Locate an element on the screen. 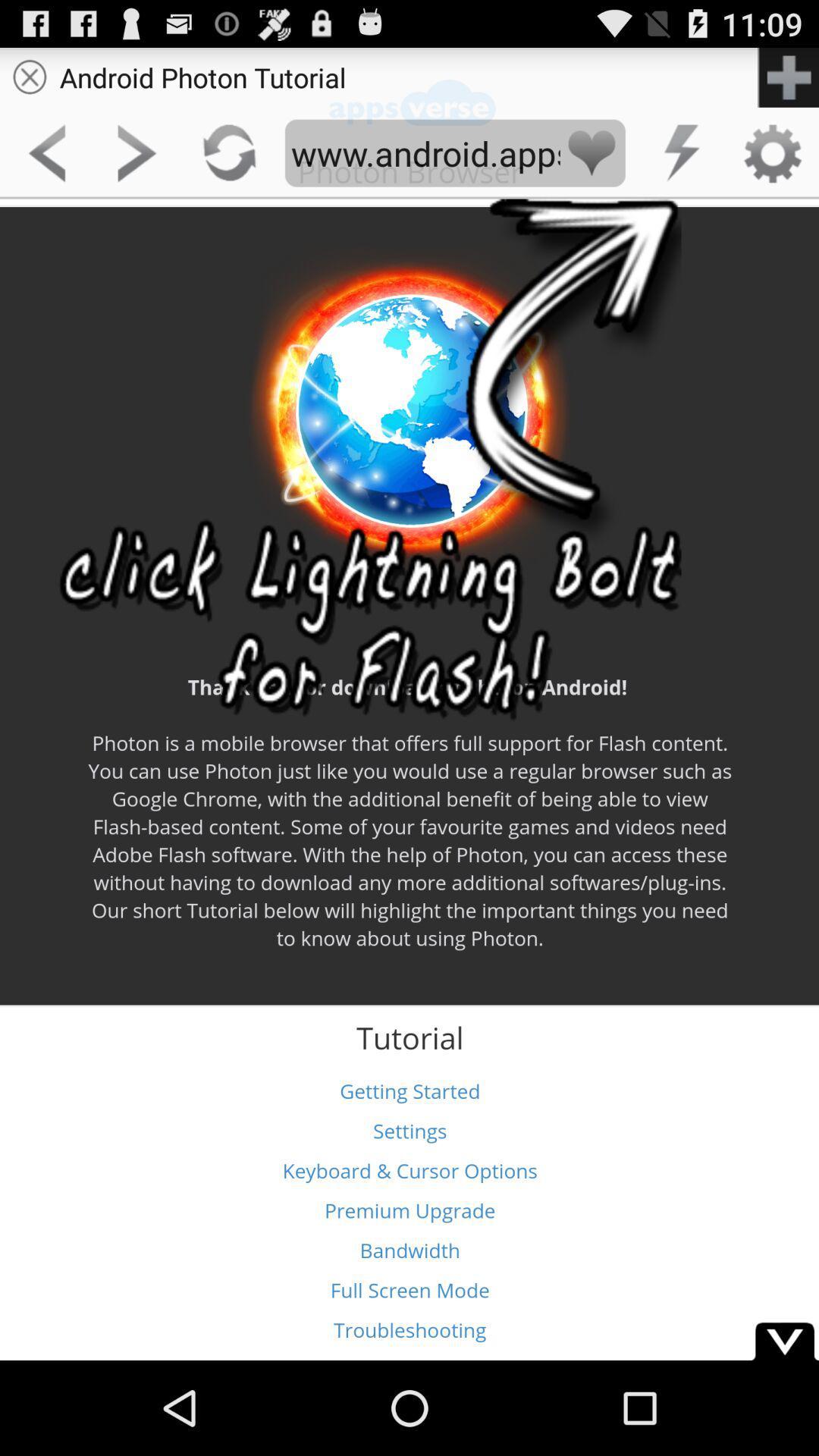 This screenshot has height=1456, width=819. the favorite icon is located at coordinates (591, 164).